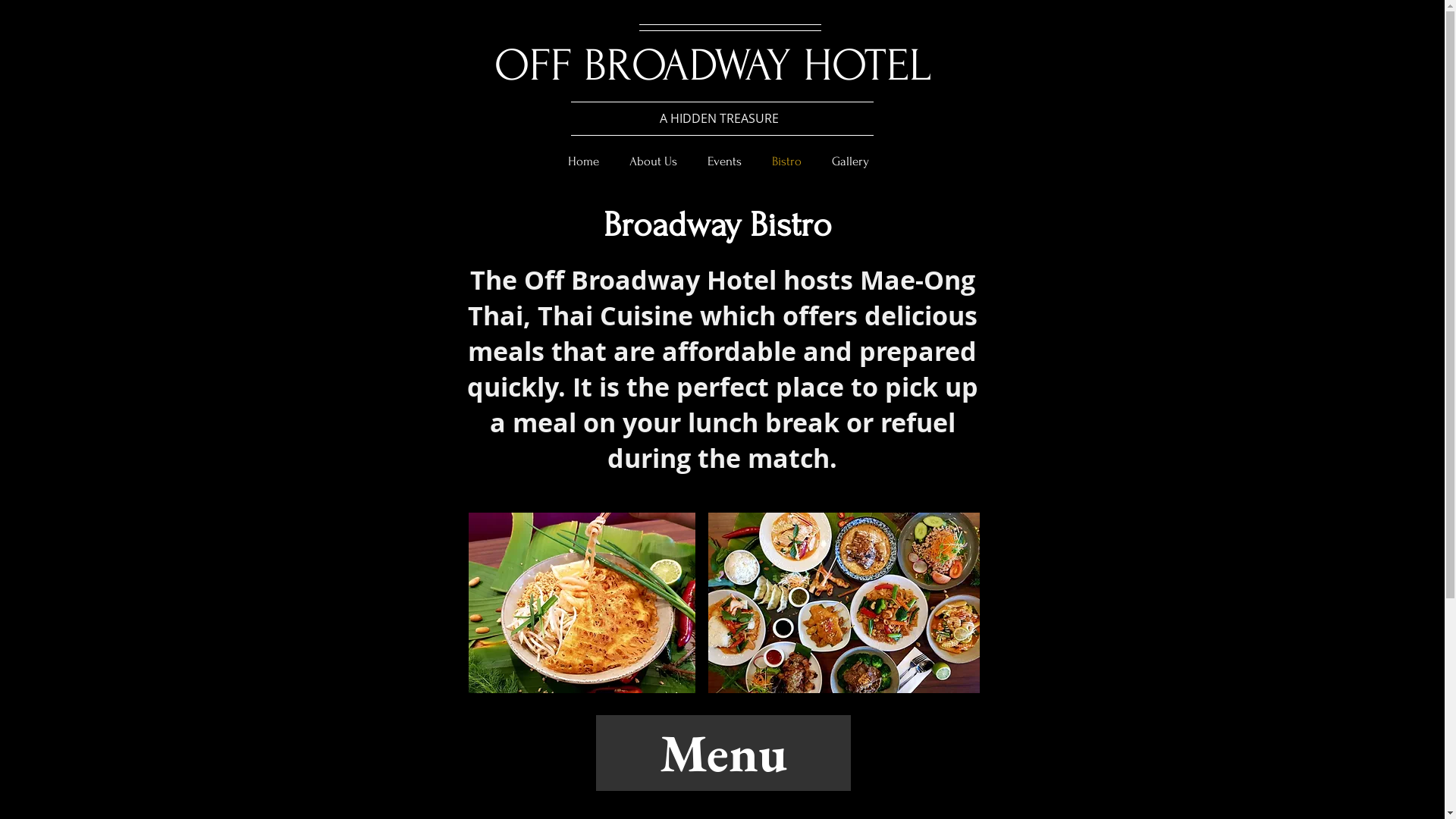 The image size is (1456, 819). I want to click on 'OFF BROADWAY HOTEL', so click(711, 64).